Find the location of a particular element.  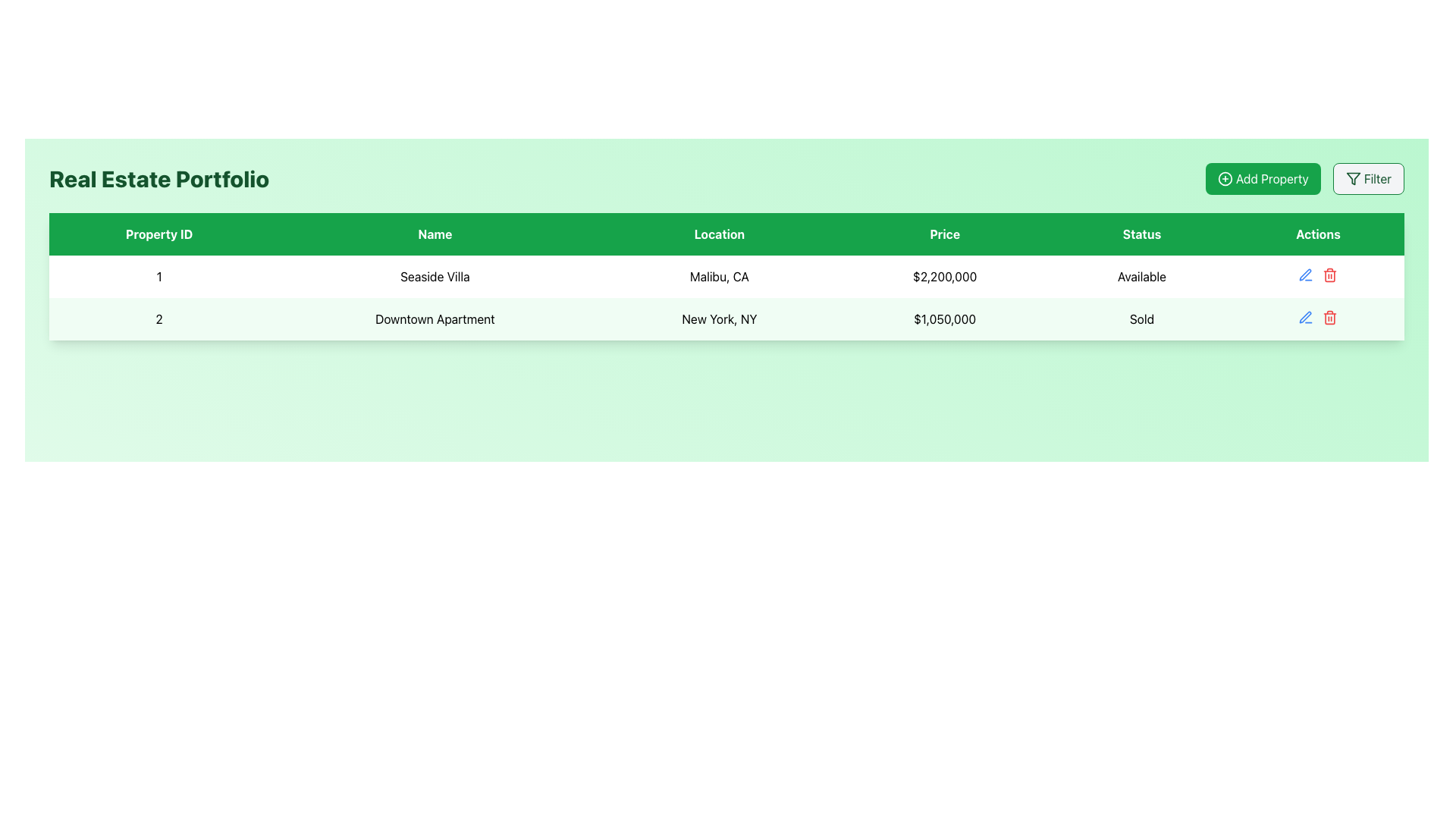

the Text Label indicating the availability status of 'Seaside Villa' in the fifth column of the table is located at coordinates (1141, 277).